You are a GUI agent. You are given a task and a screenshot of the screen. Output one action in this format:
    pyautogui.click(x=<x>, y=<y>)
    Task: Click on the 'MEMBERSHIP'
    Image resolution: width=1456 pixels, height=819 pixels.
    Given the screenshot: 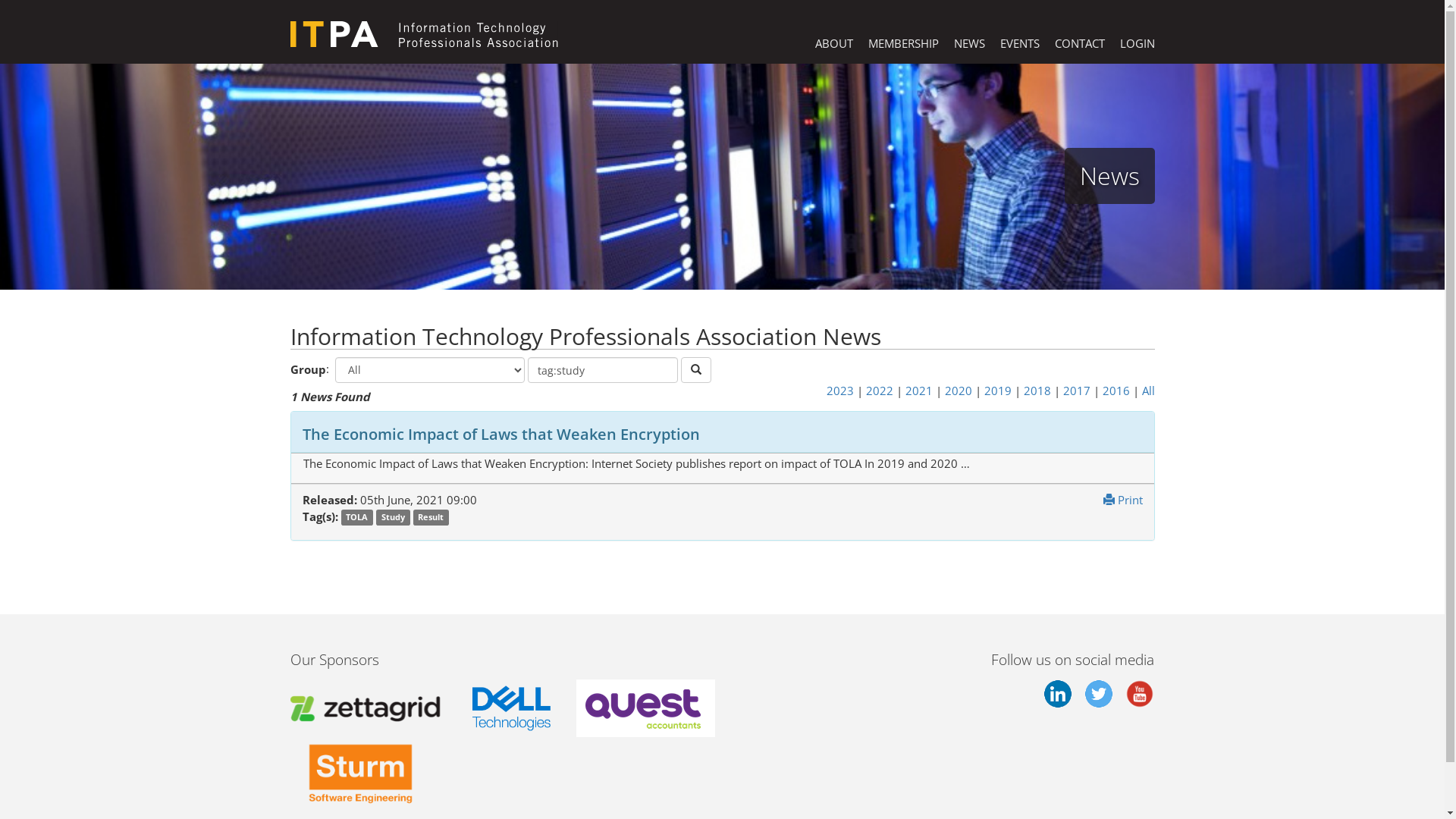 What is the action you would take?
    pyautogui.click(x=902, y=42)
    